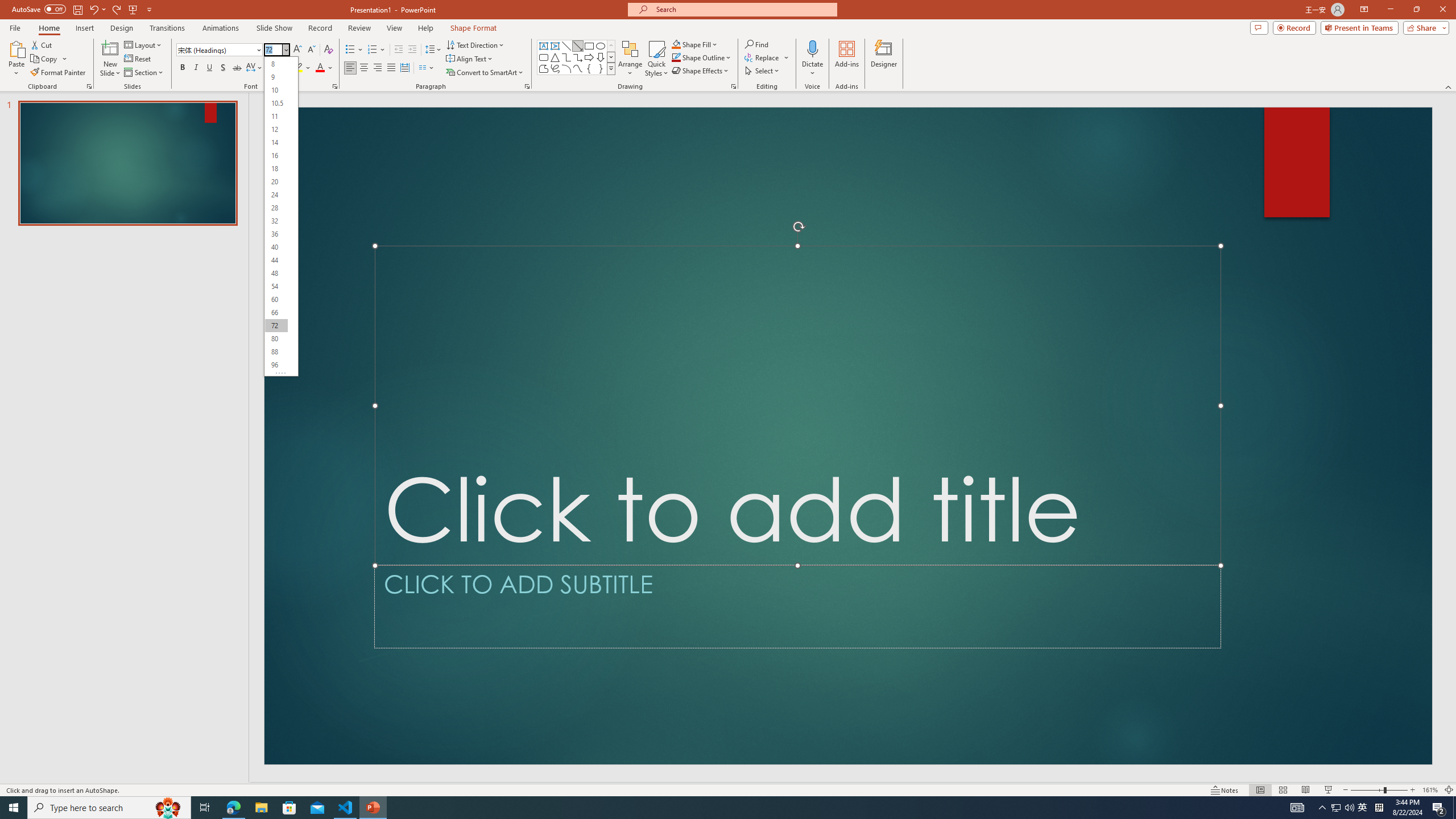 This screenshot has width=1456, height=819. Describe the element at coordinates (276, 272) in the screenshot. I see `'48'` at that location.